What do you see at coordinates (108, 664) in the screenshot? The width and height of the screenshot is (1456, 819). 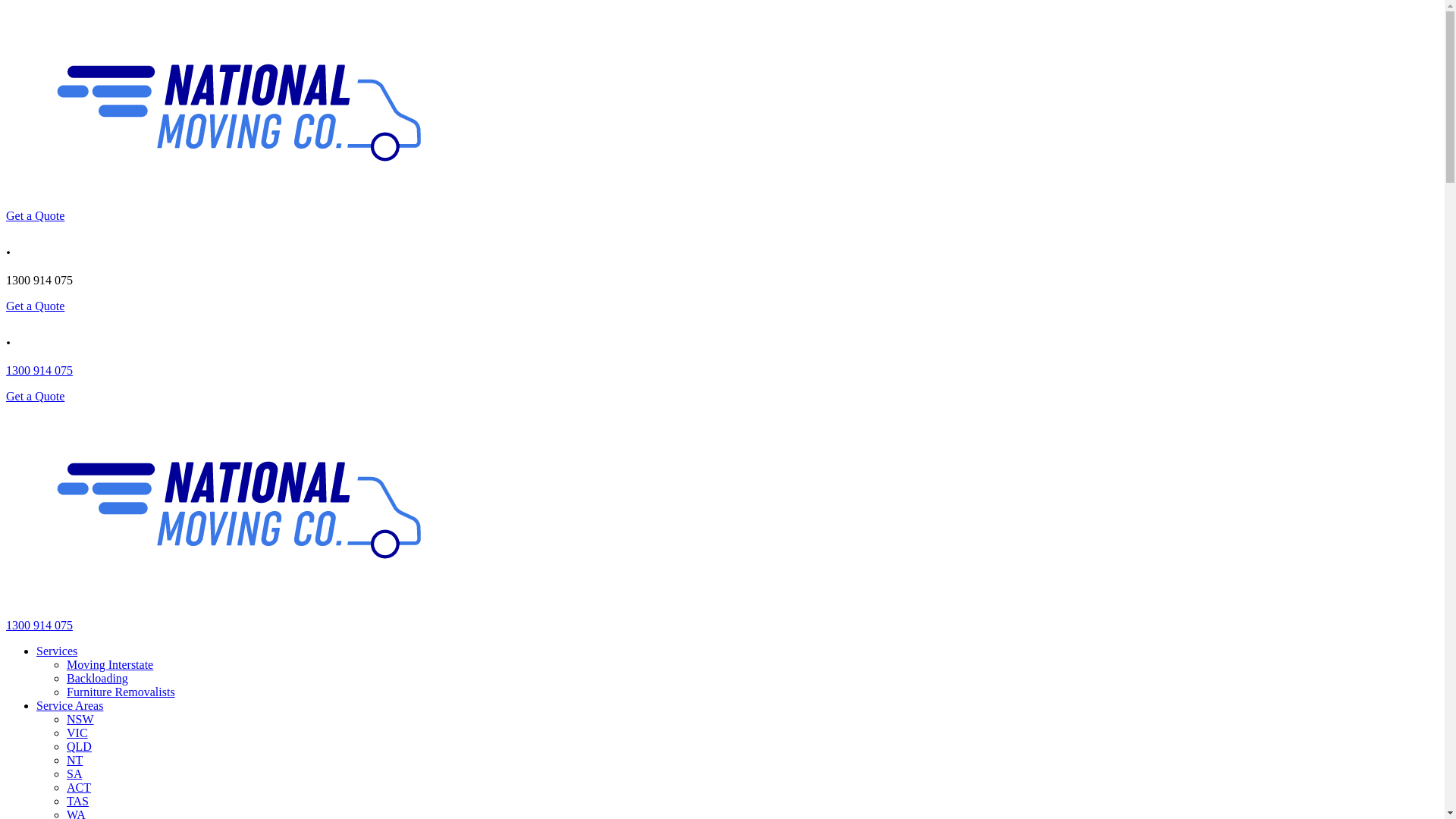 I see `'Moving Interstate'` at bounding box center [108, 664].